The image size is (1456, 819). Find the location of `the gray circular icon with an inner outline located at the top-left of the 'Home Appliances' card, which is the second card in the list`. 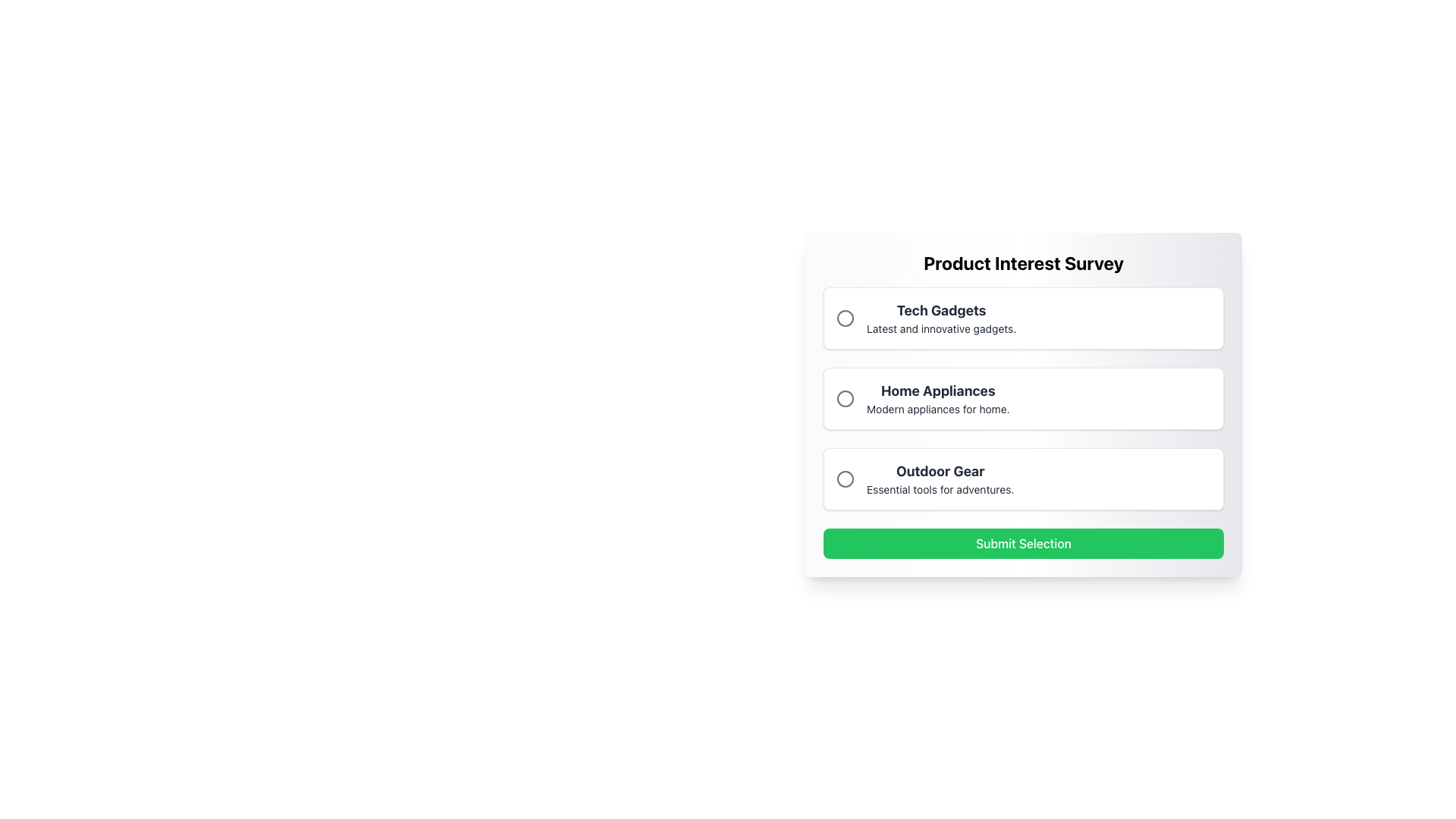

the gray circular icon with an inner outline located at the top-left of the 'Home Appliances' card, which is the second card in the list is located at coordinates (844, 397).